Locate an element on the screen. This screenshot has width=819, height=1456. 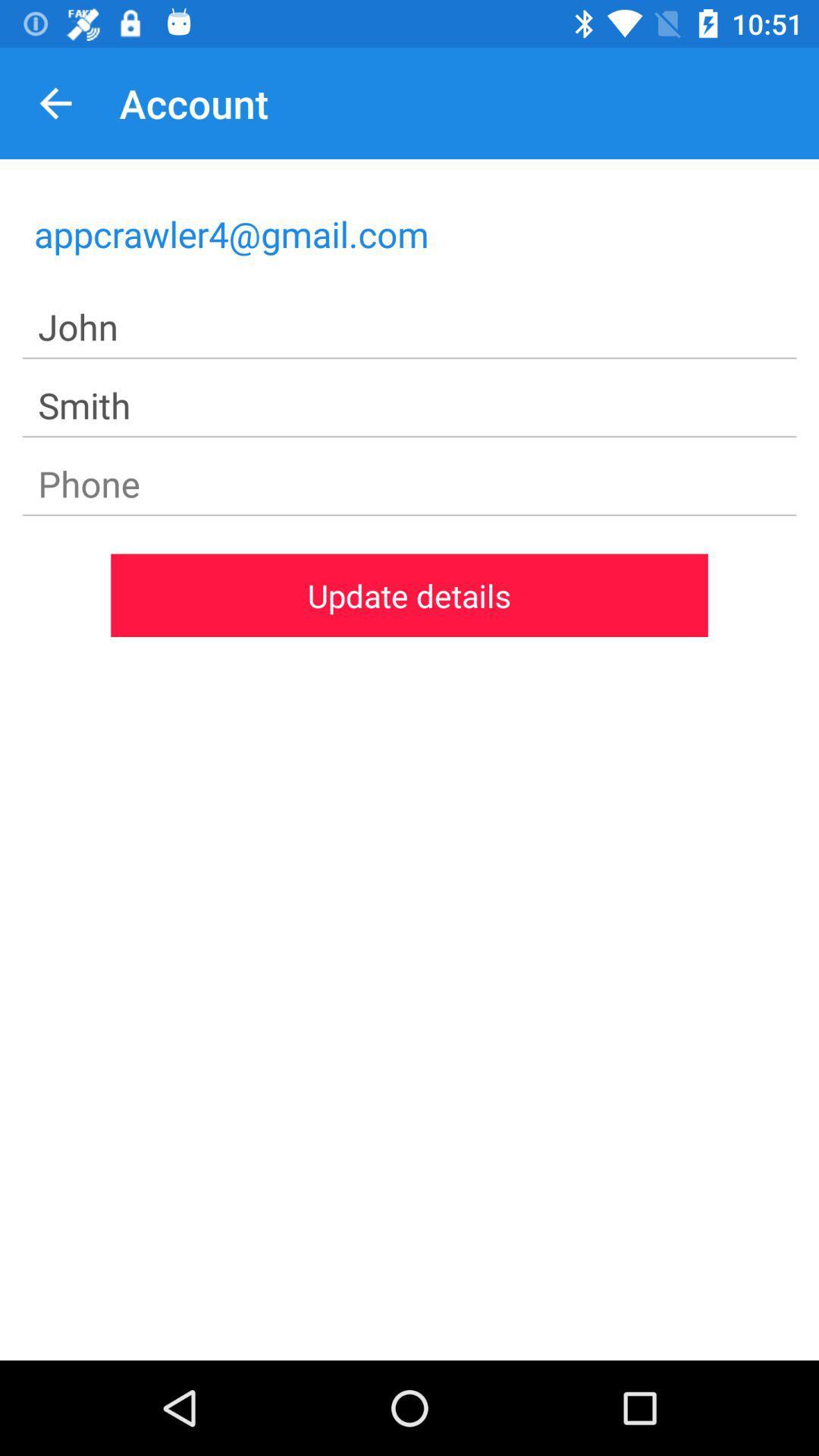
the icon next to account is located at coordinates (55, 102).